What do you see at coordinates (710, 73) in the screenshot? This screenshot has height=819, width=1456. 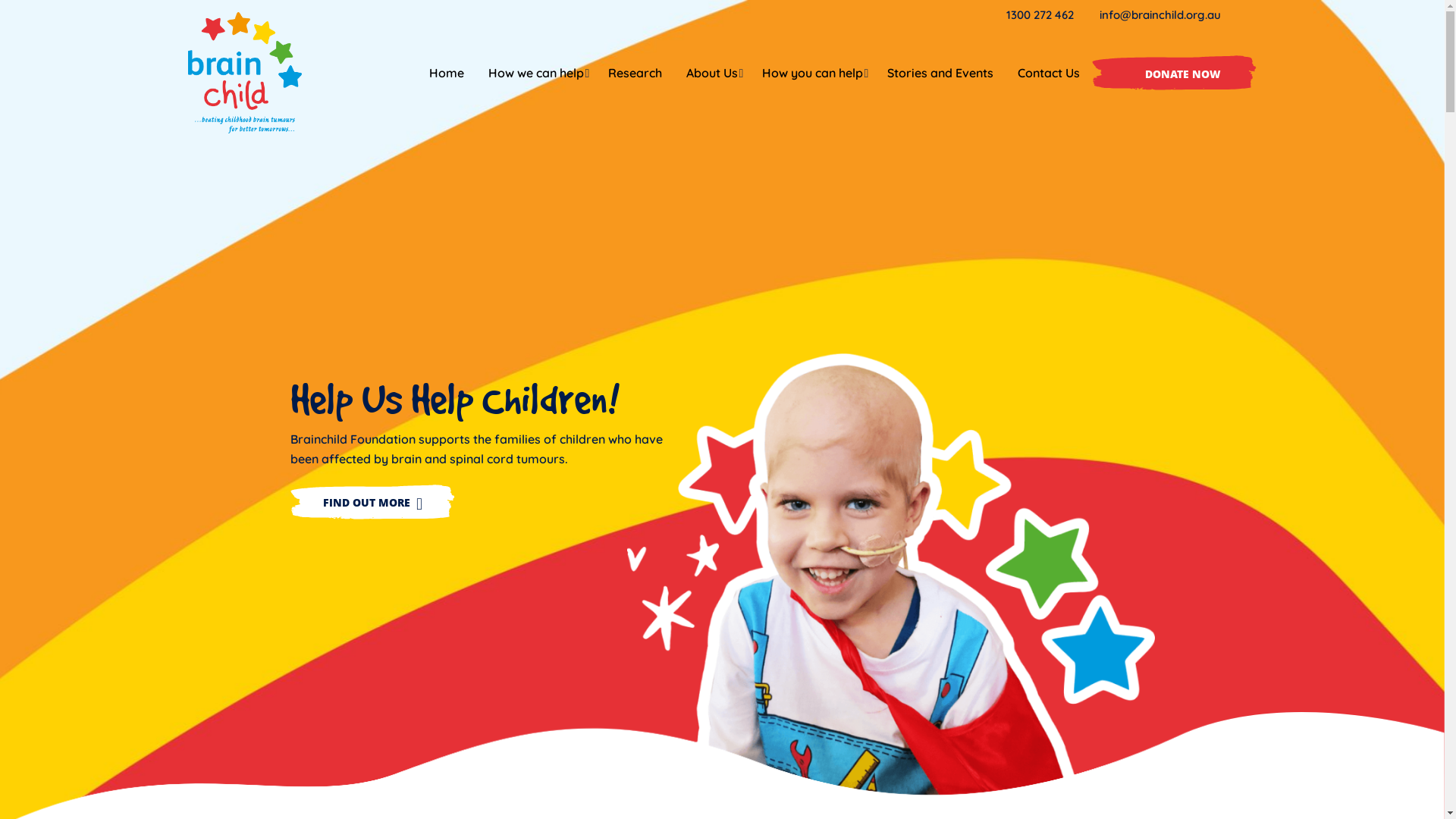 I see `'About Us'` at bounding box center [710, 73].